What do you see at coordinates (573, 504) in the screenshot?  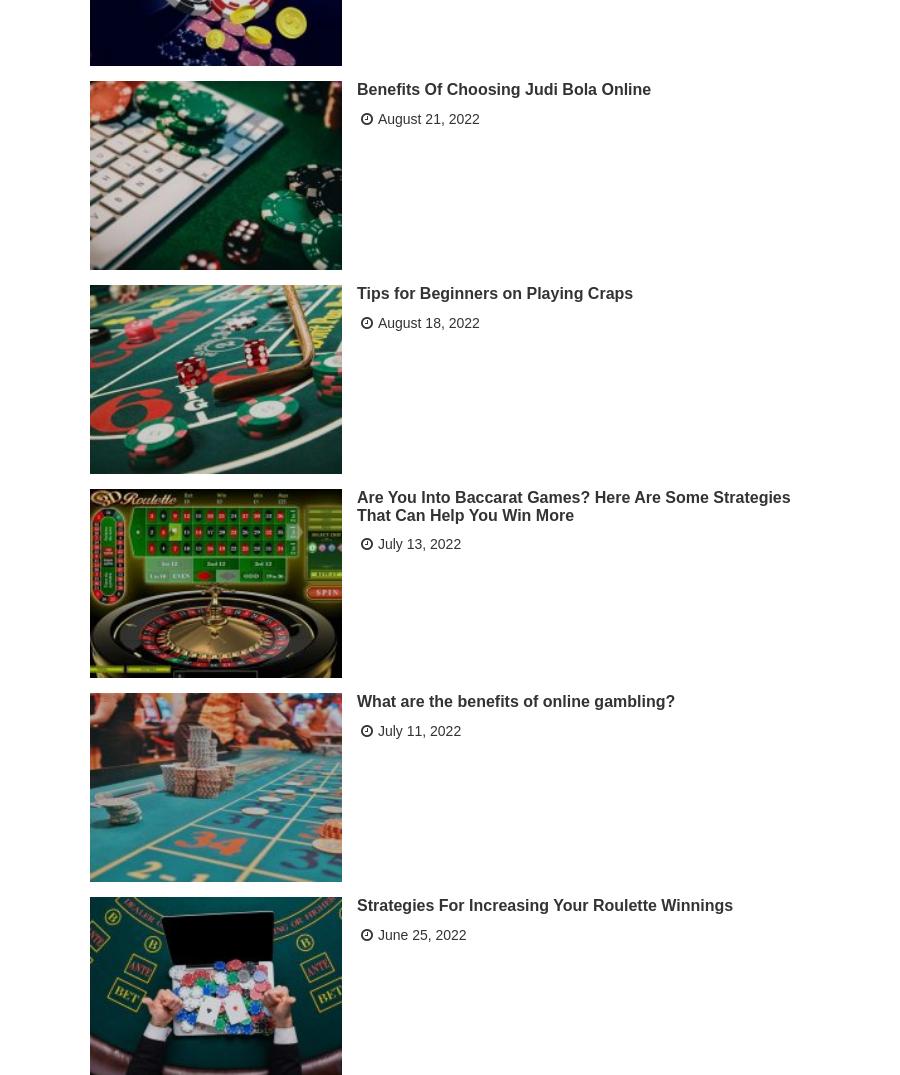 I see `'Are You Into Baccarat Games? Here Are Some Strategies That Can Help You Win More'` at bounding box center [573, 504].